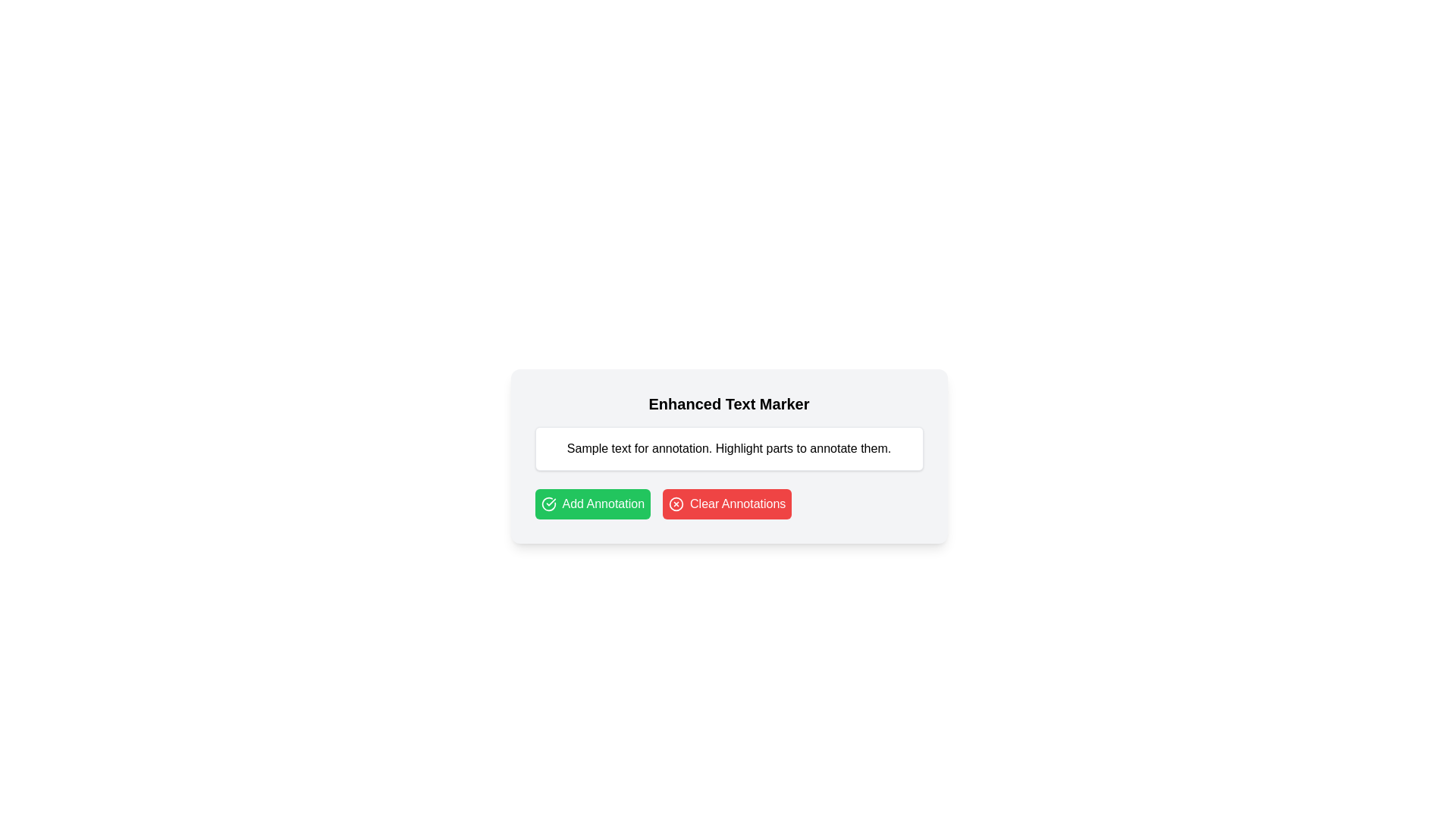 Image resolution: width=1456 pixels, height=819 pixels. What do you see at coordinates (618, 447) in the screenshot?
I see `the lowercase letter 'e' in the text box containing 'Sample text for annotation.' This letter is the ninth character in the sentence, positioned after the word 'text.'` at bounding box center [618, 447].